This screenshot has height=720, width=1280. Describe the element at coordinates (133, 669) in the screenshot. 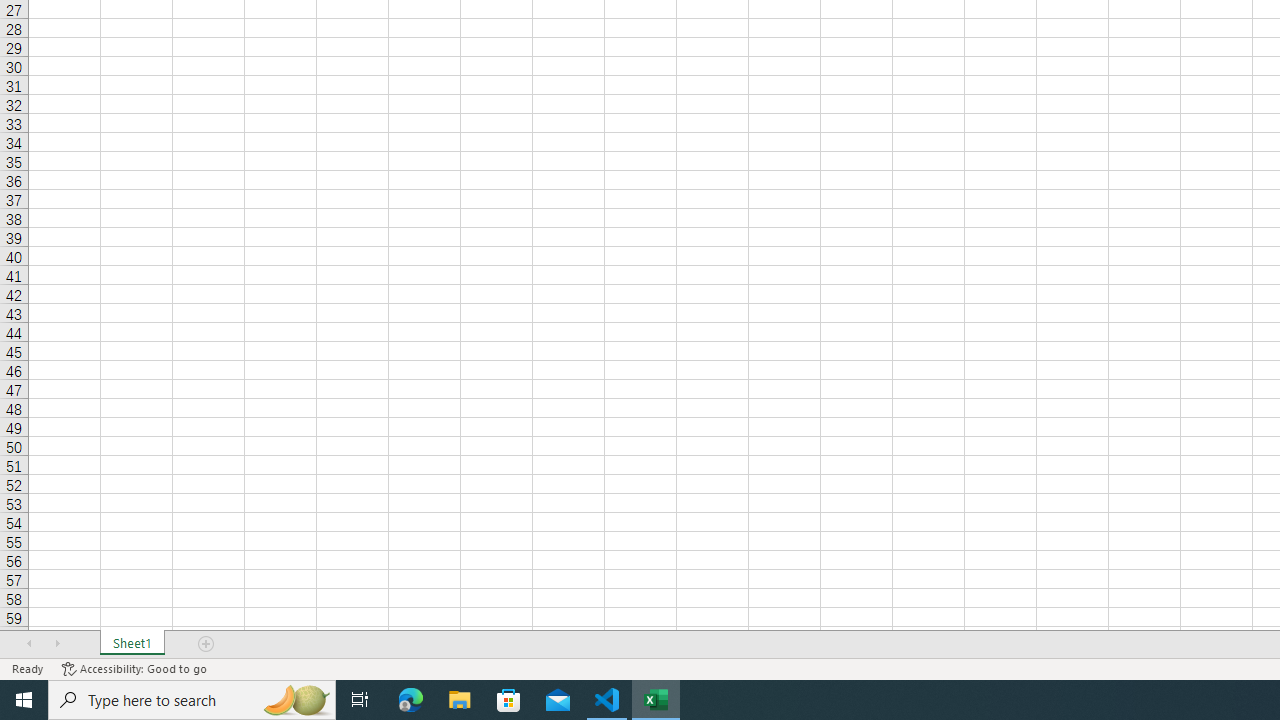

I see `'Accessibility Checker Accessibility: Good to go'` at that location.